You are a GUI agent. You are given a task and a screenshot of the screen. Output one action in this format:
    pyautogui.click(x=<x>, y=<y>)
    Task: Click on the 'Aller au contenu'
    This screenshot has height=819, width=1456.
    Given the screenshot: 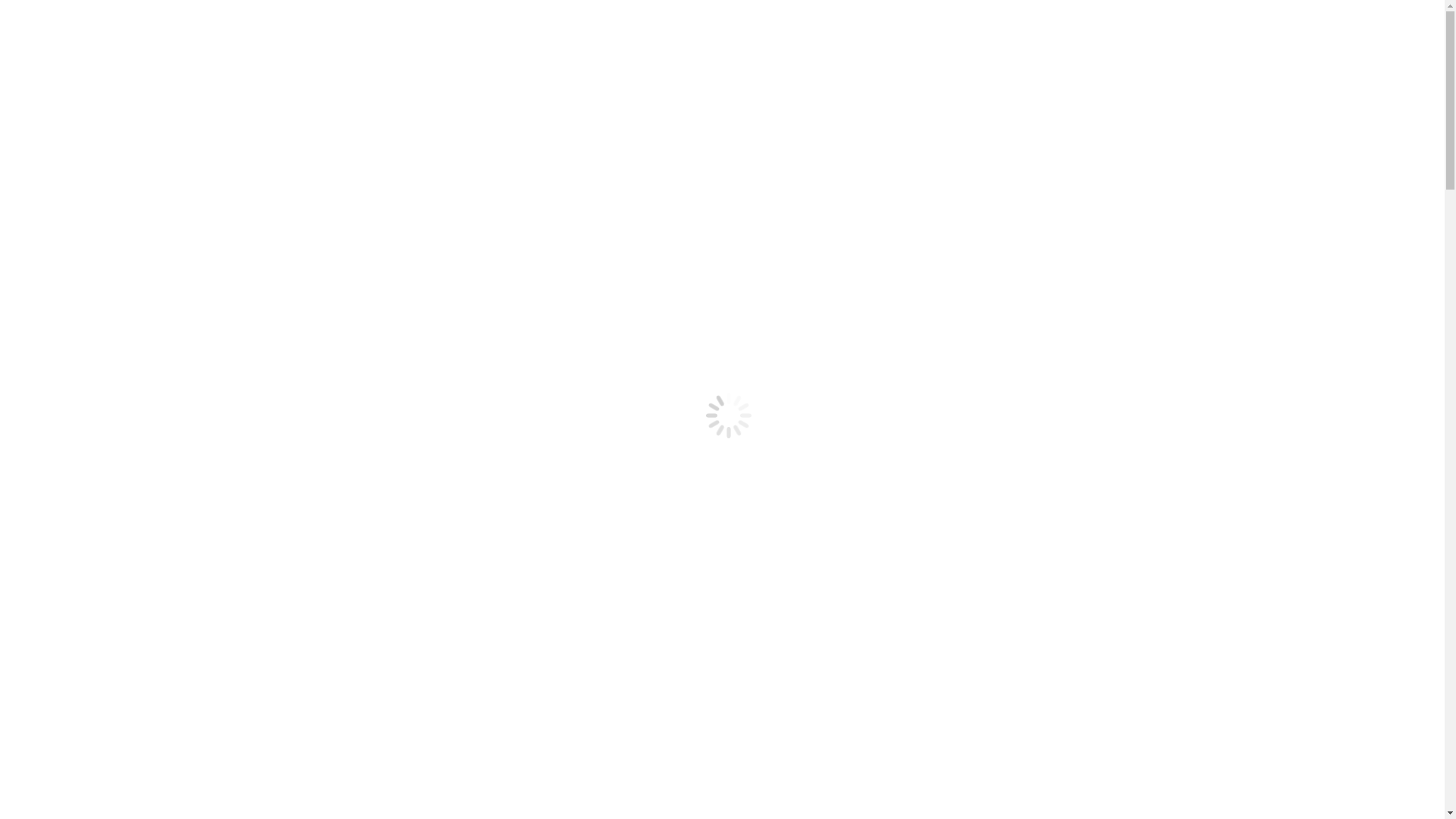 What is the action you would take?
    pyautogui.click(x=46, y=12)
    